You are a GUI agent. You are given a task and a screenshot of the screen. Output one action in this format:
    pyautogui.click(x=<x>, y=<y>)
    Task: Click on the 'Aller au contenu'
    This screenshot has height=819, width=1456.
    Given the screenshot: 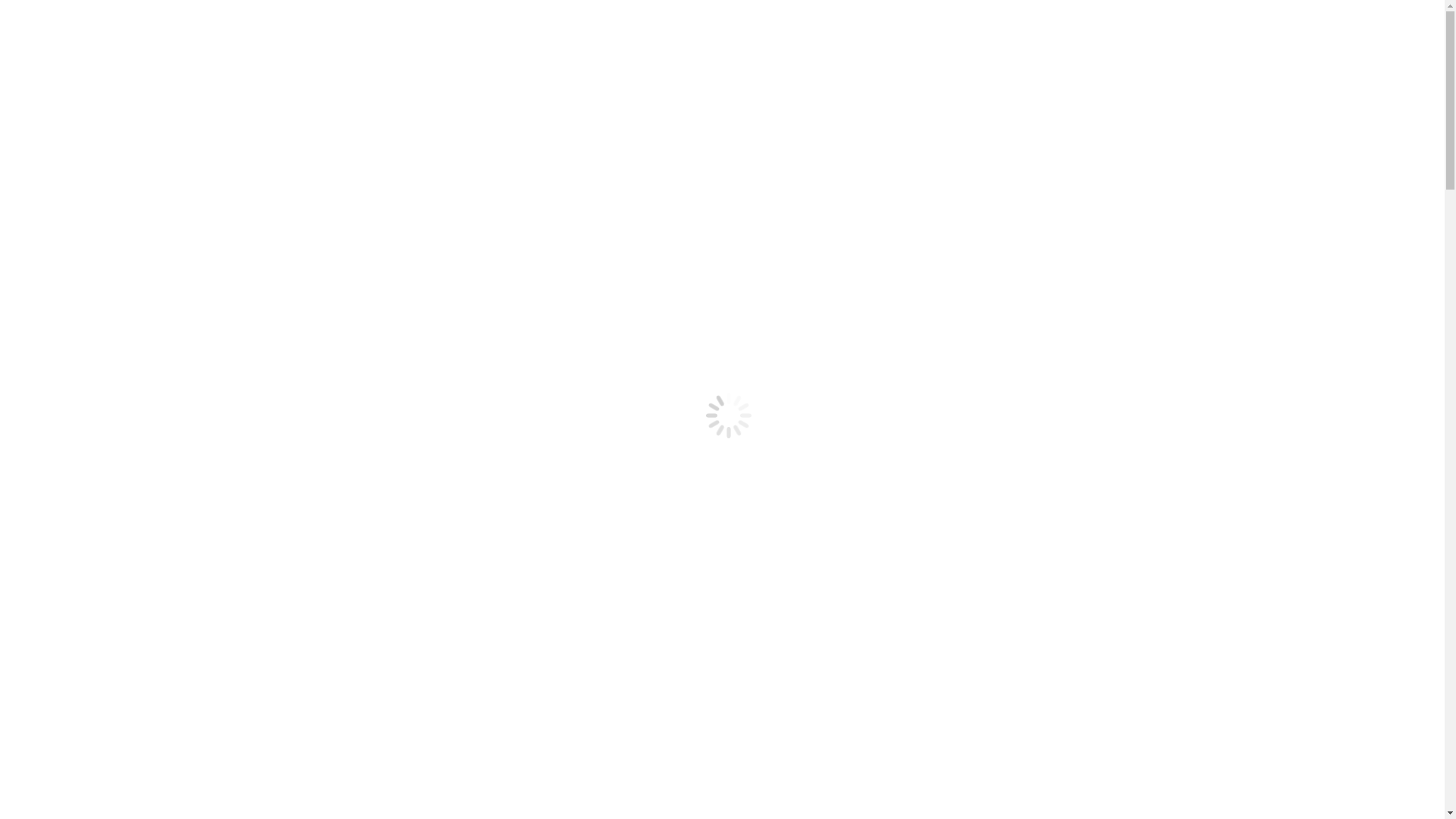 What is the action you would take?
    pyautogui.click(x=46, y=12)
    